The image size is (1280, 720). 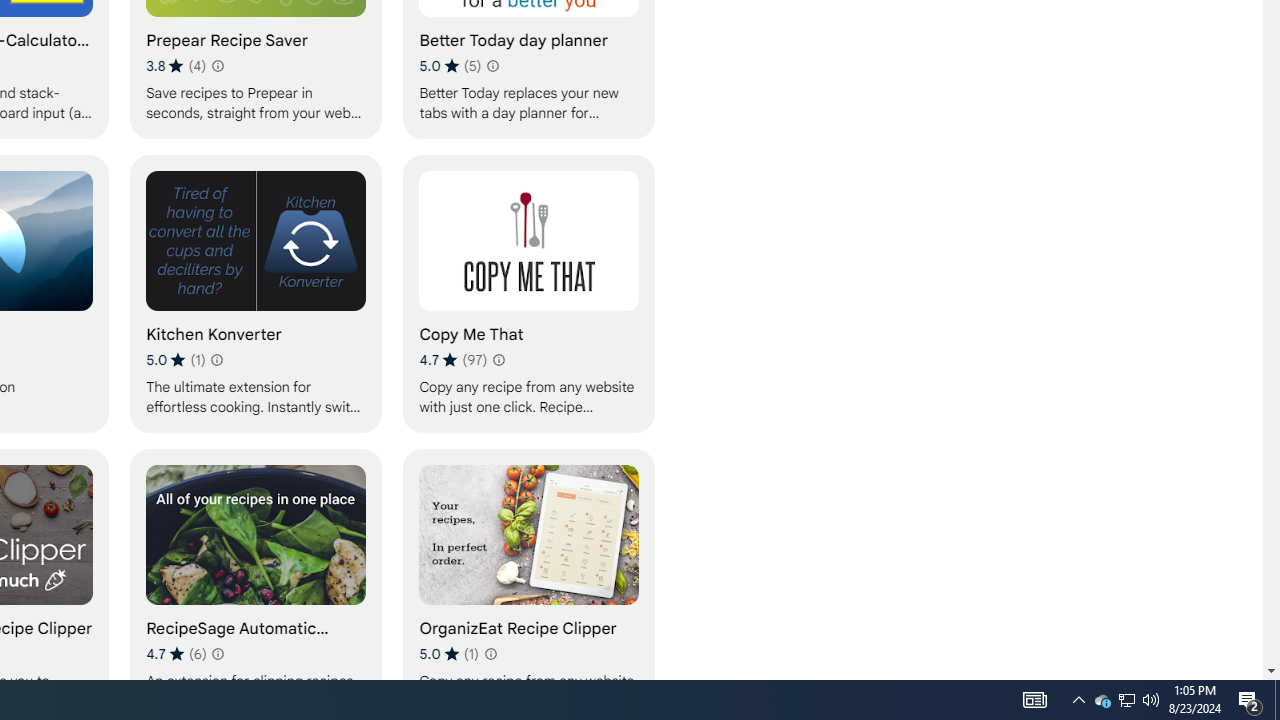 What do you see at coordinates (255, 293) in the screenshot?
I see `'Kitchen Konverter'` at bounding box center [255, 293].